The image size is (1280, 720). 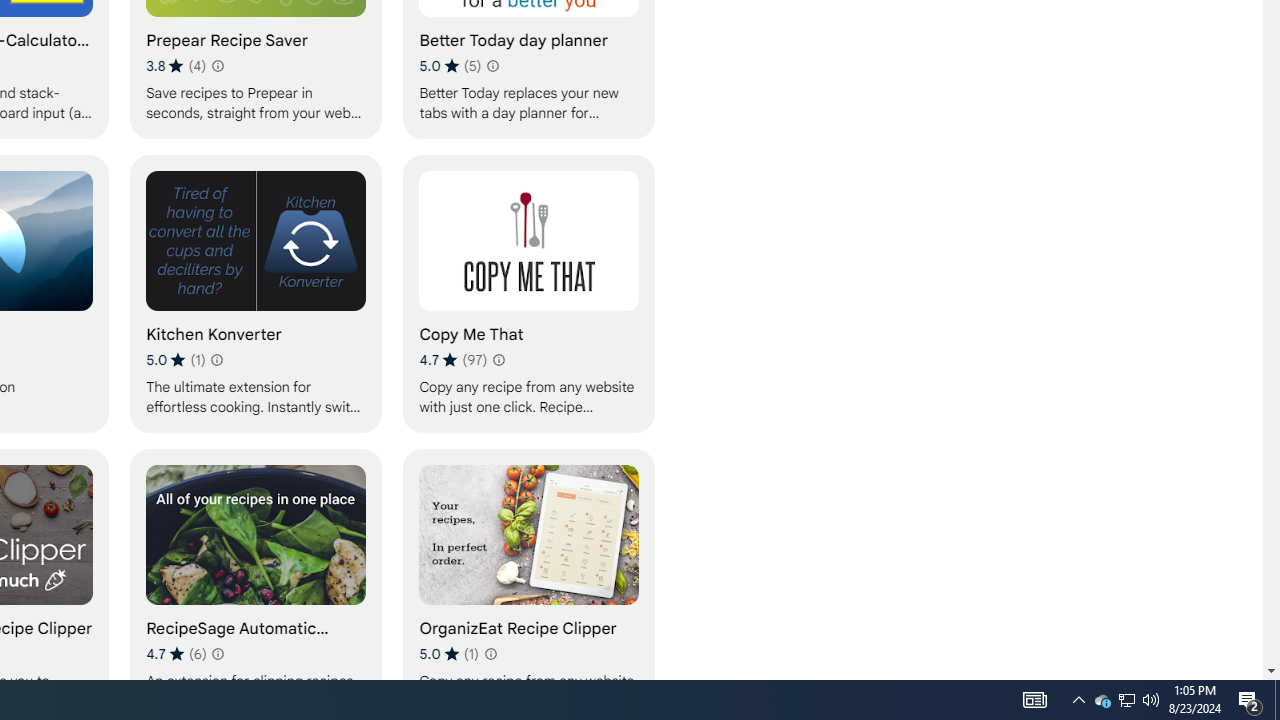 What do you see at coordinates (255, 293) in the screenshot?
I see `'Kitchen Konverter'` at bounding box center [255, 293].